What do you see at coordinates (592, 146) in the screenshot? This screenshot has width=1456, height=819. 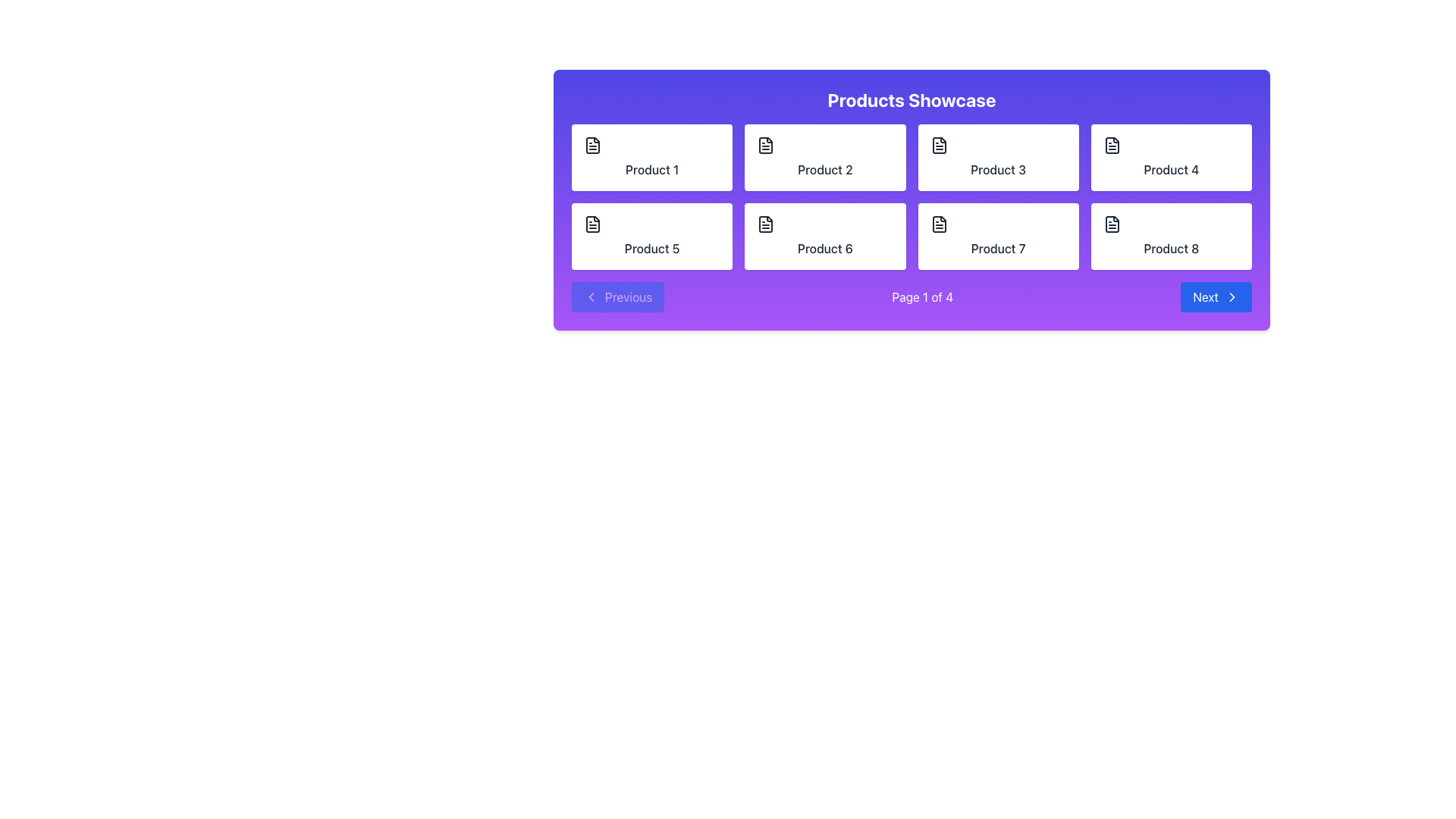 I see `the small graphical icon resembling a document with lines that is positioned above the text 'Product 1' in the upper-left corner of the first card in the 'Products Showcase' grid` at bounding box center [592, 146].